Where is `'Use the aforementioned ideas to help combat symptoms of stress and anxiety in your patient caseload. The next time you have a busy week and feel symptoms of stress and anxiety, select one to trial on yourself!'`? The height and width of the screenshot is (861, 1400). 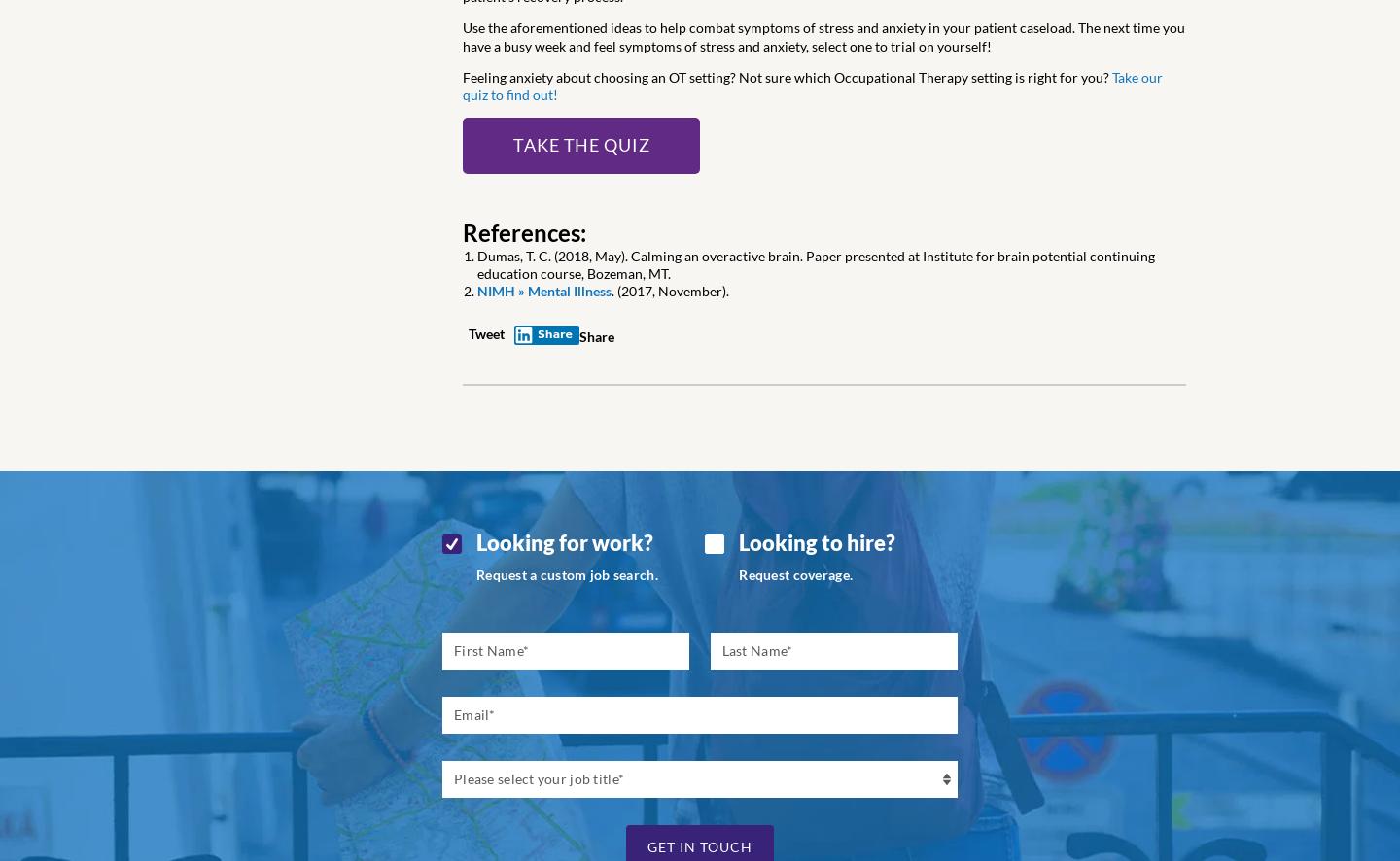
'Use the aforementioned ideas to help combat symptoms of stress and anxiety in your patient caseload. The next time you have a busy week and feel symptoms of stress and anxiety, select one to trial on yourself!' is located at coordinates (822, 36).